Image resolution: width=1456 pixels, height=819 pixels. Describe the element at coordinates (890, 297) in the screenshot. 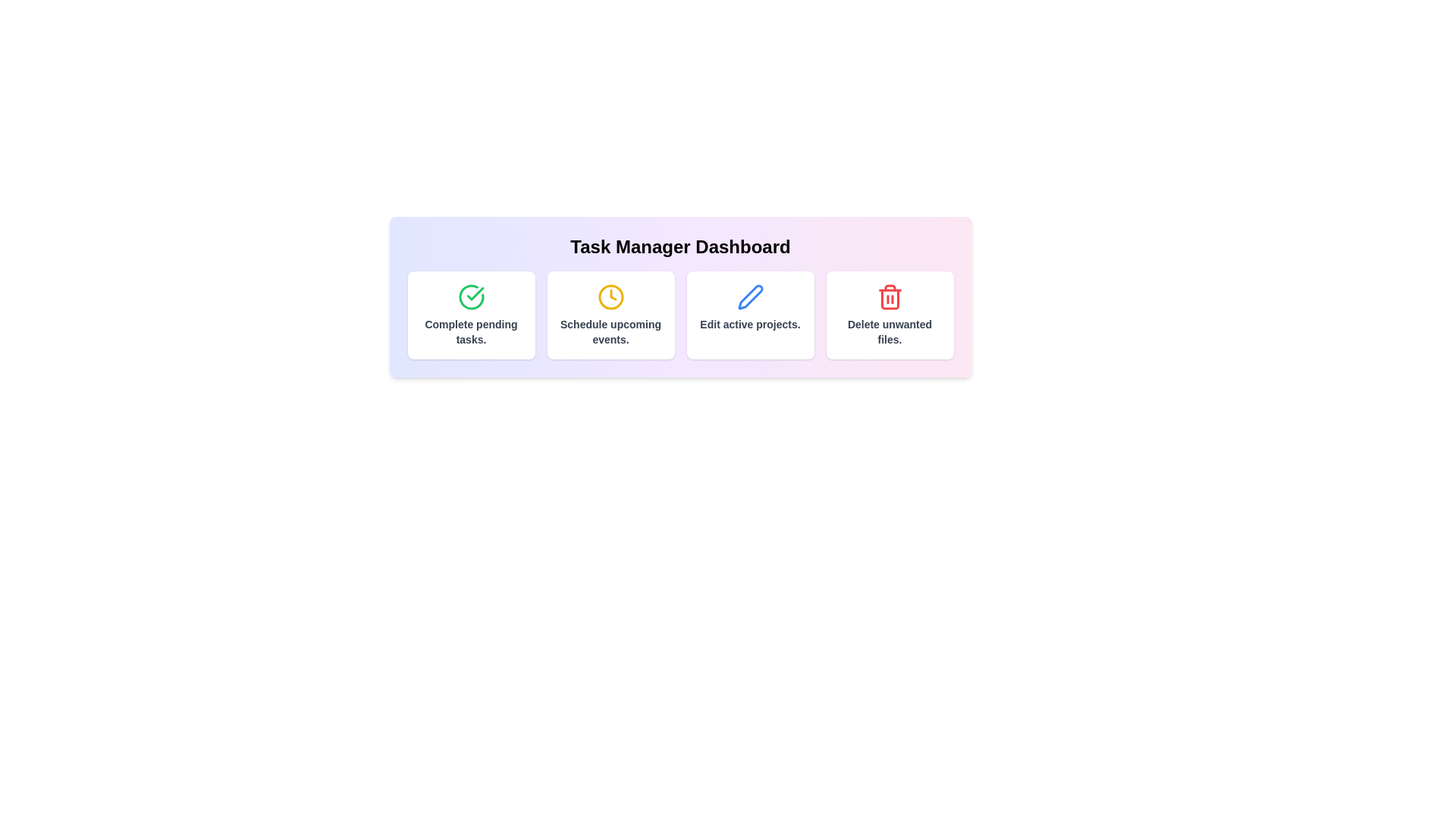

I see `the red trash bin icon located in the bottom-right corner of the 'Delete unwanted files' card within the Task Manager Dashboard` at that location.